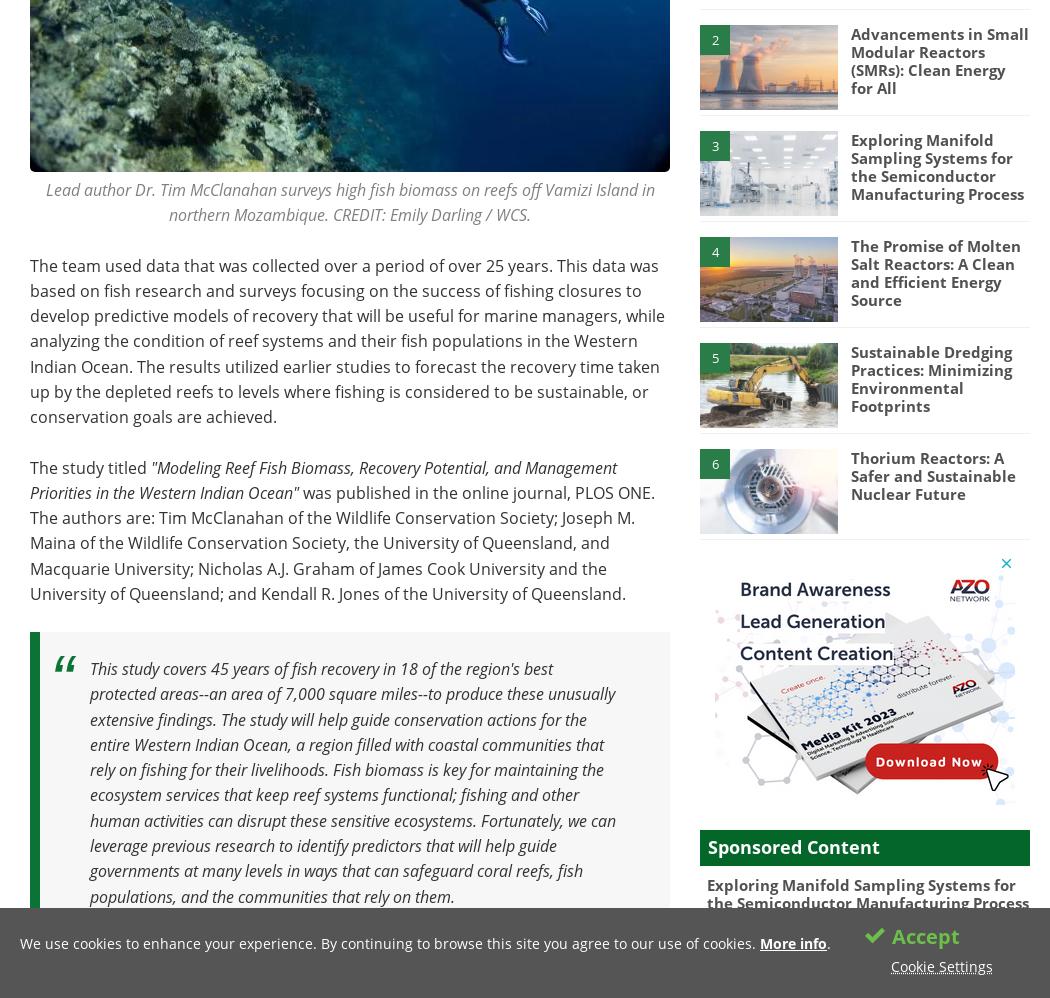  Describe the element at coordinates (447, 946) in the screenshot. I see `'Dr. Tim McClanahan, Senior Conservationist, WCS'` at that location.